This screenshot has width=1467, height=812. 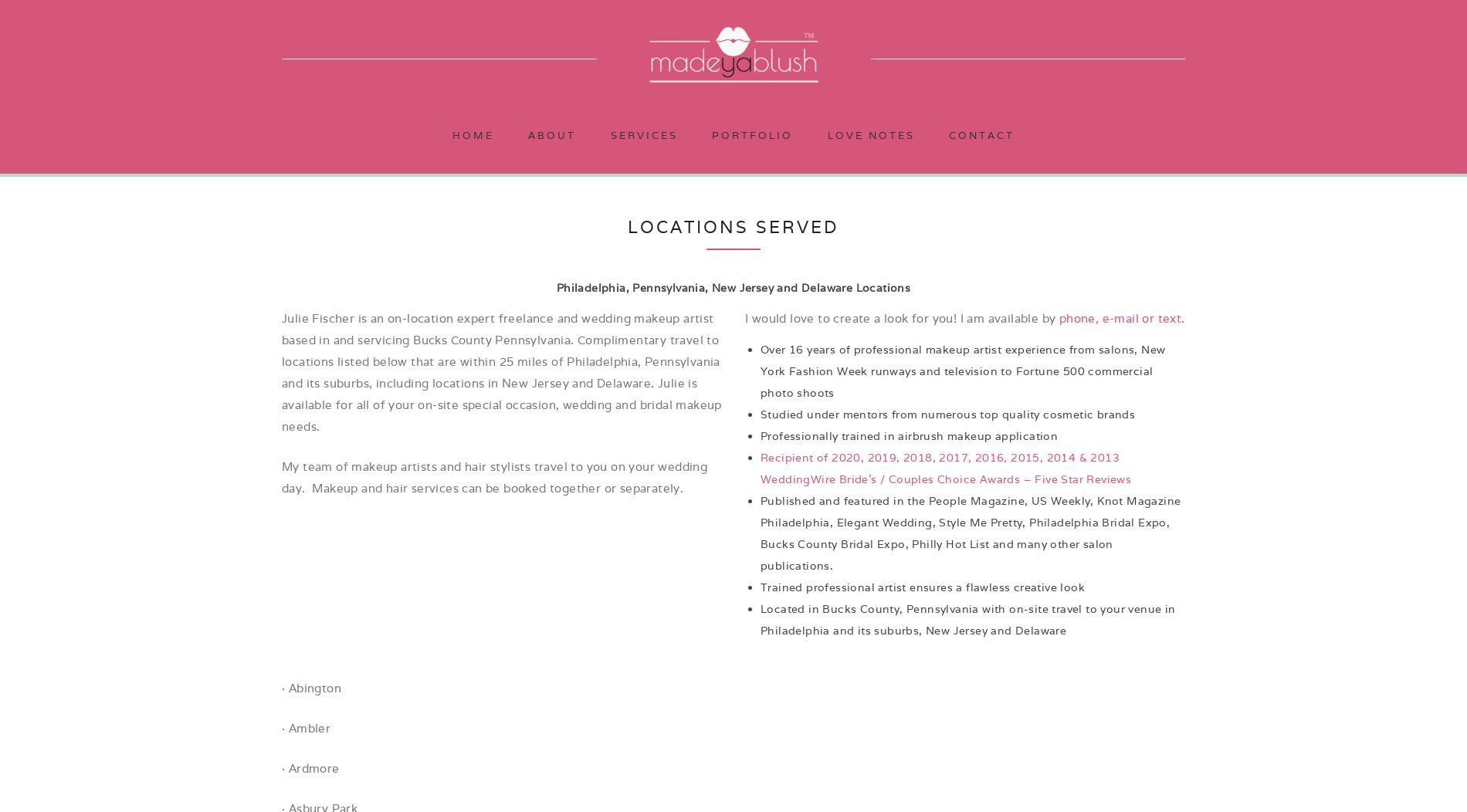 I want to click on 'Studied under mentors from numerous top quality cosmetic brands', so click(x=947, y=414).